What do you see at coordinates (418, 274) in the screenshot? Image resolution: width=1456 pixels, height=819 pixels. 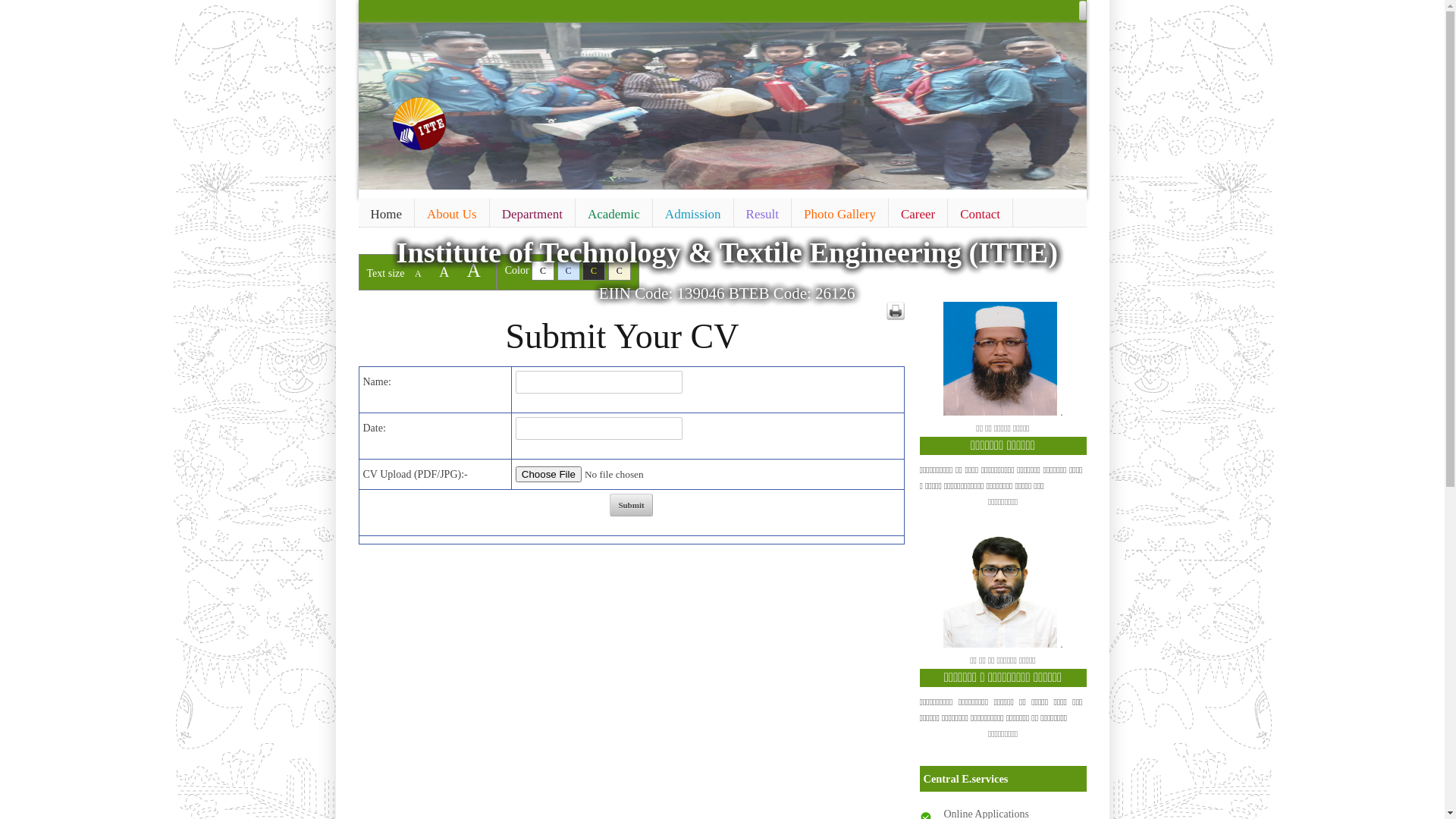 I see `'A'` at bounding box center [418, 274].